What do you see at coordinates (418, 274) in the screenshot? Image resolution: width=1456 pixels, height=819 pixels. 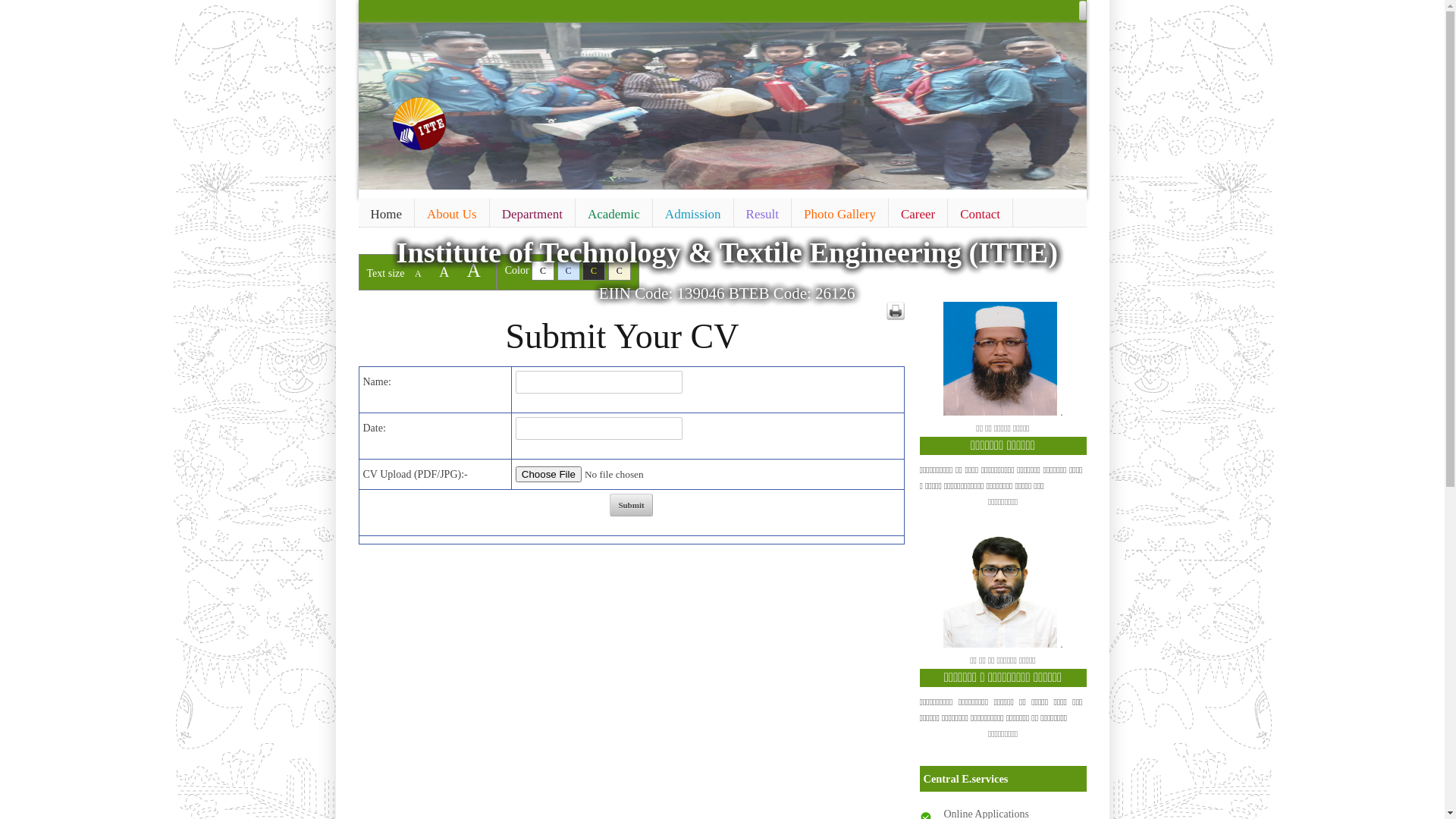 I see `'A'` at bounding box center [418, 274].